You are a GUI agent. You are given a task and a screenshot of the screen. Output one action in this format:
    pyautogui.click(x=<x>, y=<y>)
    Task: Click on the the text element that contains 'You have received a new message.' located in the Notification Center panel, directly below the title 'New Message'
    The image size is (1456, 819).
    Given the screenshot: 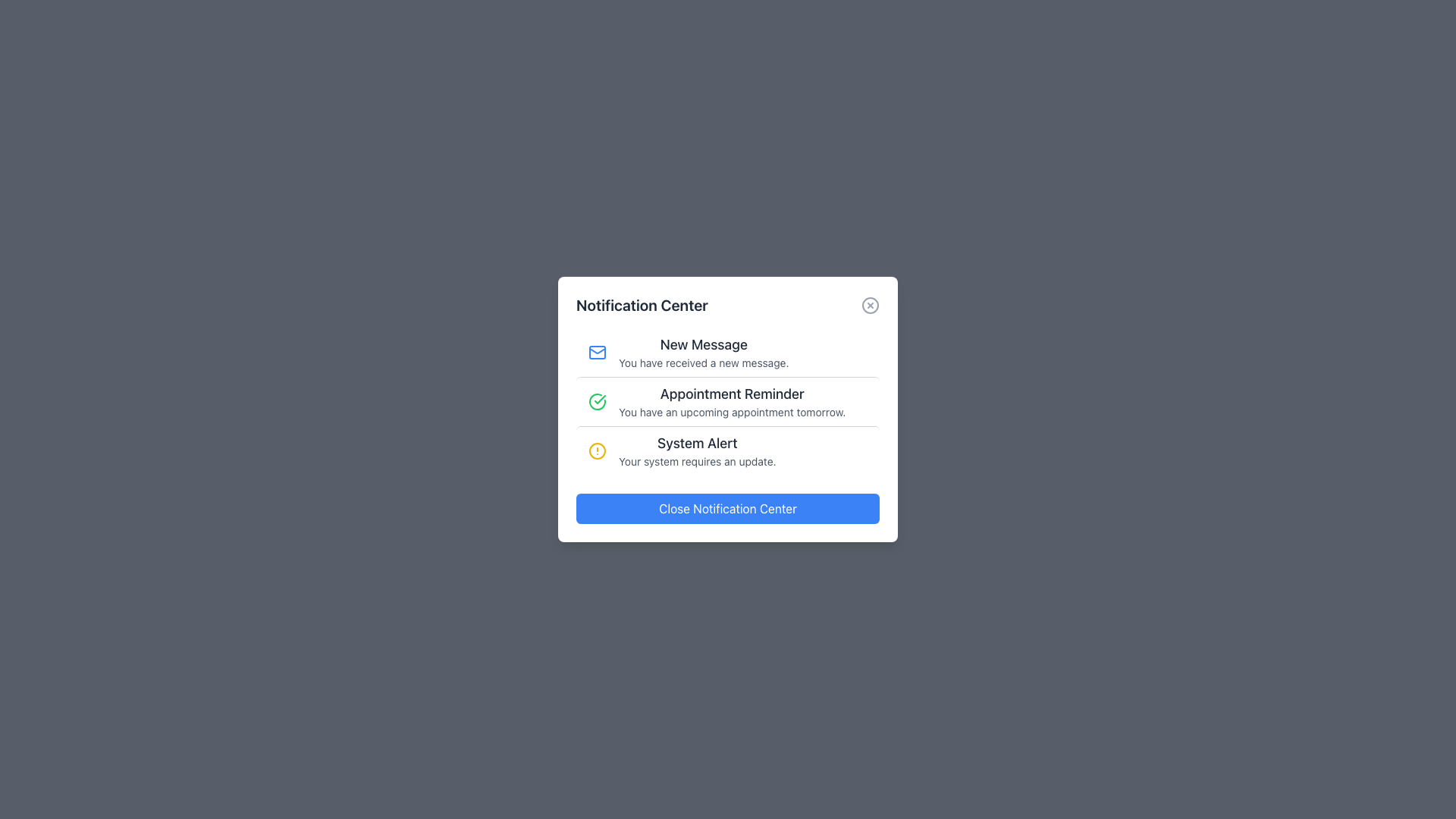 What is the action you would take?
    pyautogui.click(x=703, y=362)
    